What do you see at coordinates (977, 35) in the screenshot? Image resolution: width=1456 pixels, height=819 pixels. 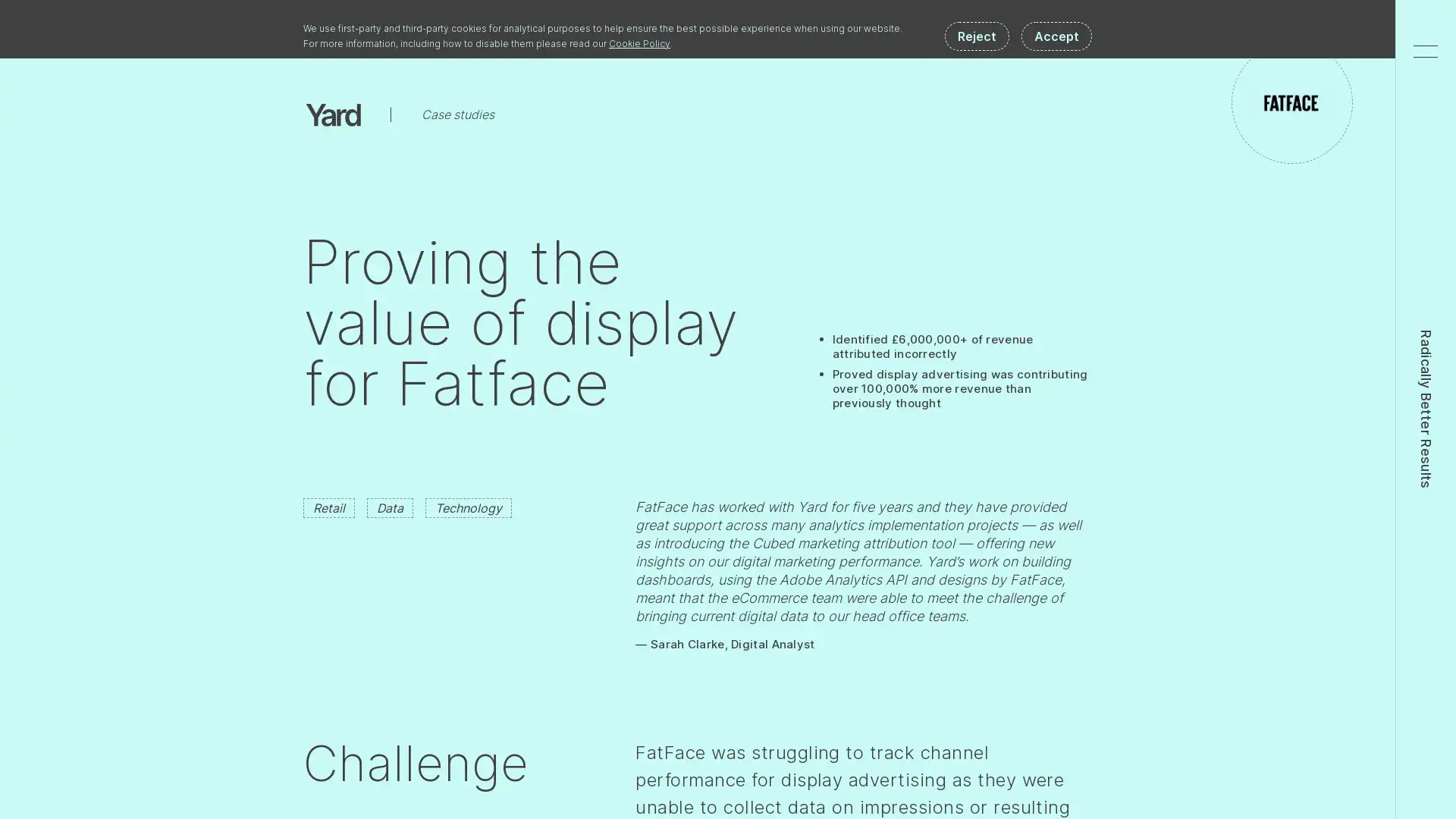 I see `Reject` at bounding box center [977, 35].